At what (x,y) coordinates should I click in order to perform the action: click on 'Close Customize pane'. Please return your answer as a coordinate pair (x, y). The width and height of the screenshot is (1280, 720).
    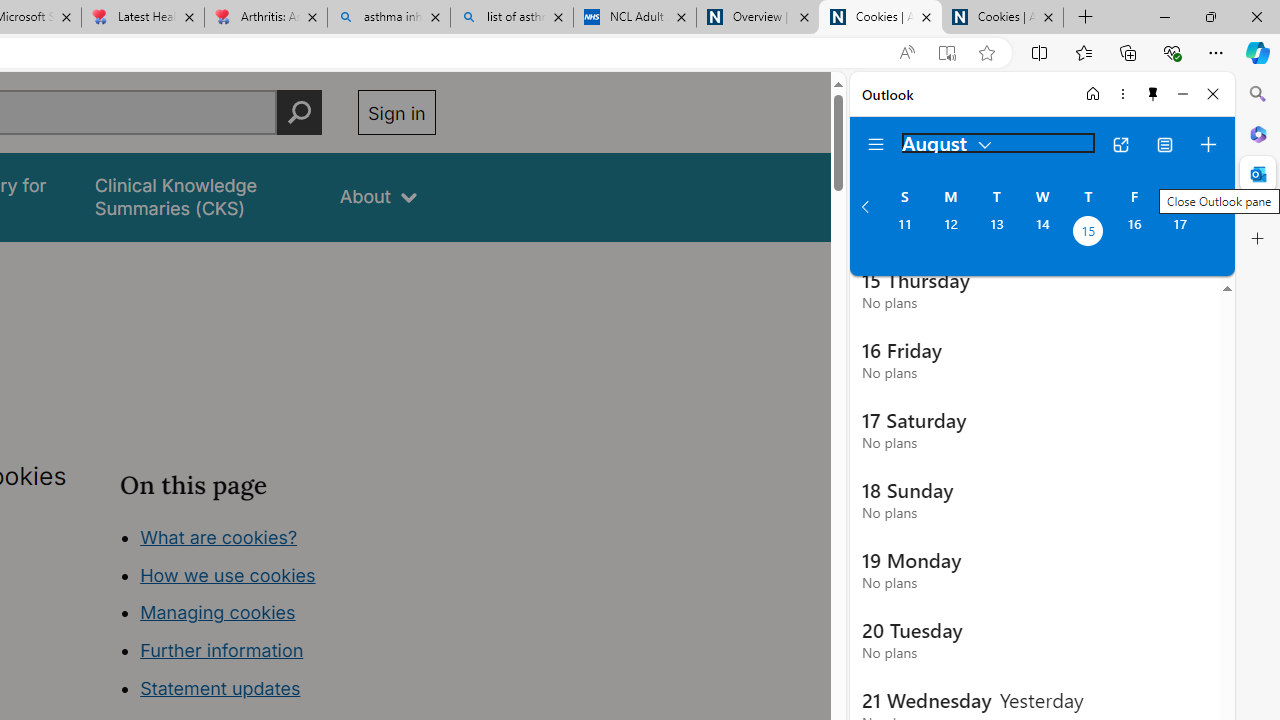
    Looking at the image, I should click on (1257, 238).